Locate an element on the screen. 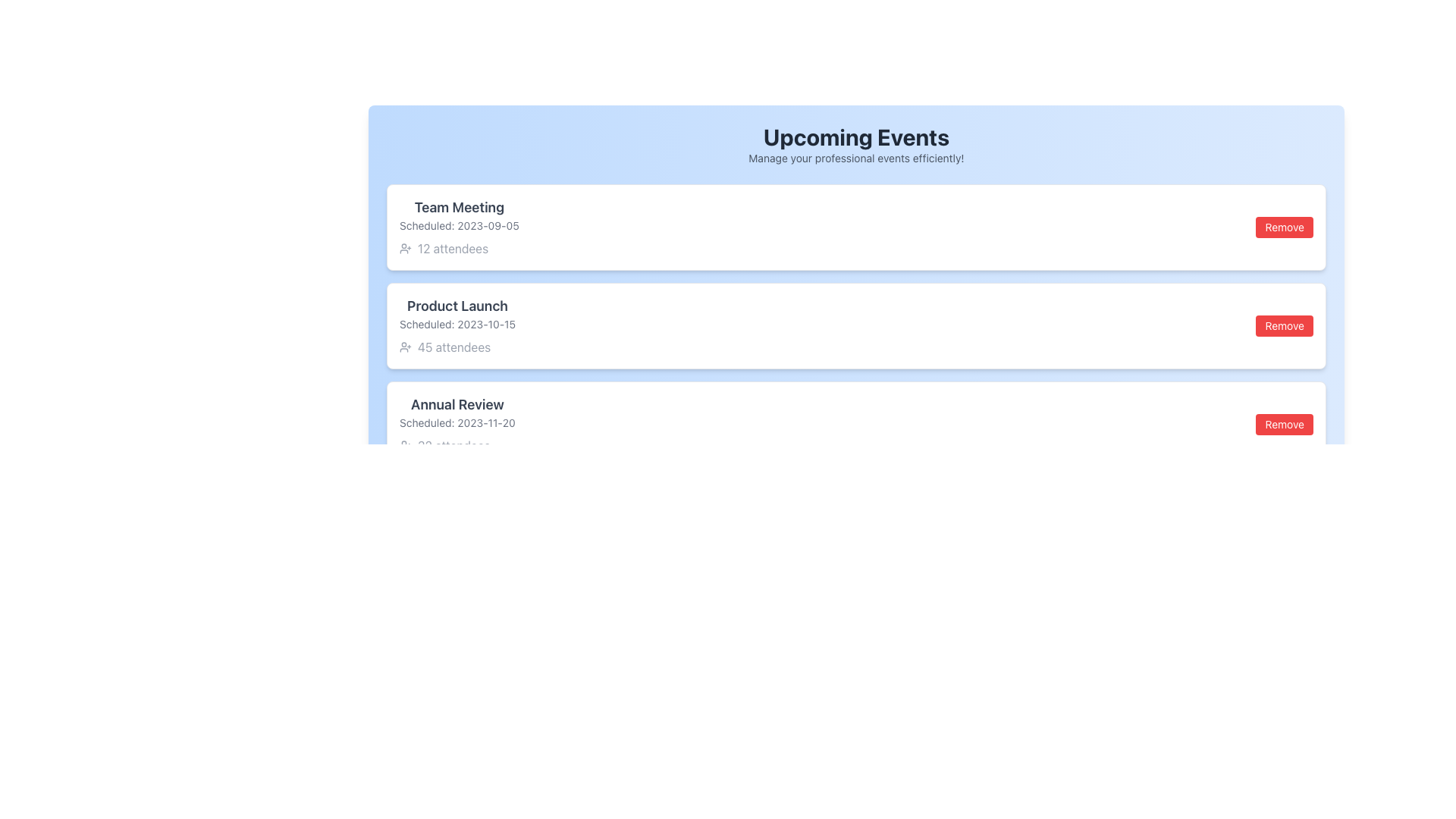 The height and width of the screenshot is (819, 1456). text content of the Text Block titled 'Team Meeting', which includes the date 'Scheduled: 2023-09-05' and the note about '12 attendees' is located at coordinates (458, 227).